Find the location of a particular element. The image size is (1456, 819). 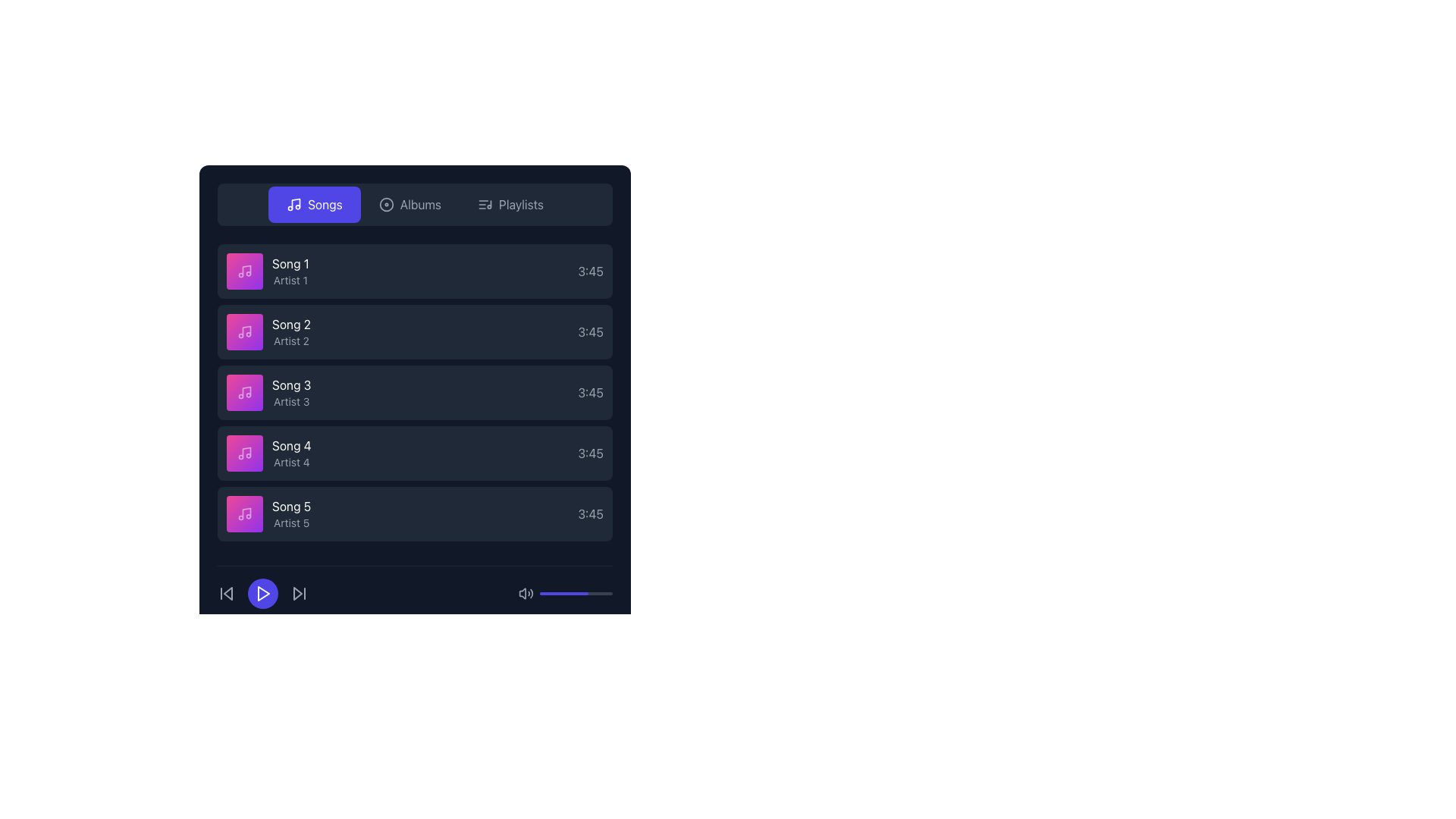

text label displaying 'Song 1', which is the title of the first song entry in the list, located at the top-left corner of the song entry row, directly above 'Artist 1' is located at coordinates (290, 262).